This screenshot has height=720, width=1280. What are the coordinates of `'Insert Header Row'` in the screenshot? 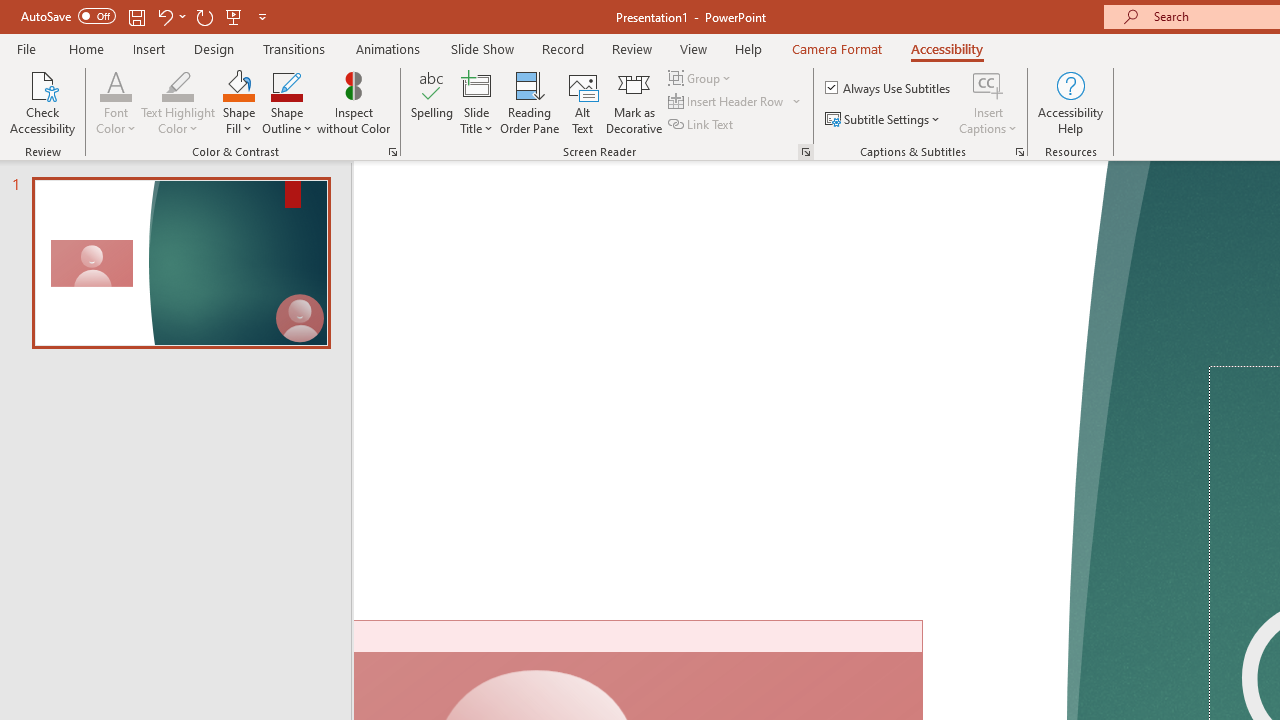 It's located at (726, 101).